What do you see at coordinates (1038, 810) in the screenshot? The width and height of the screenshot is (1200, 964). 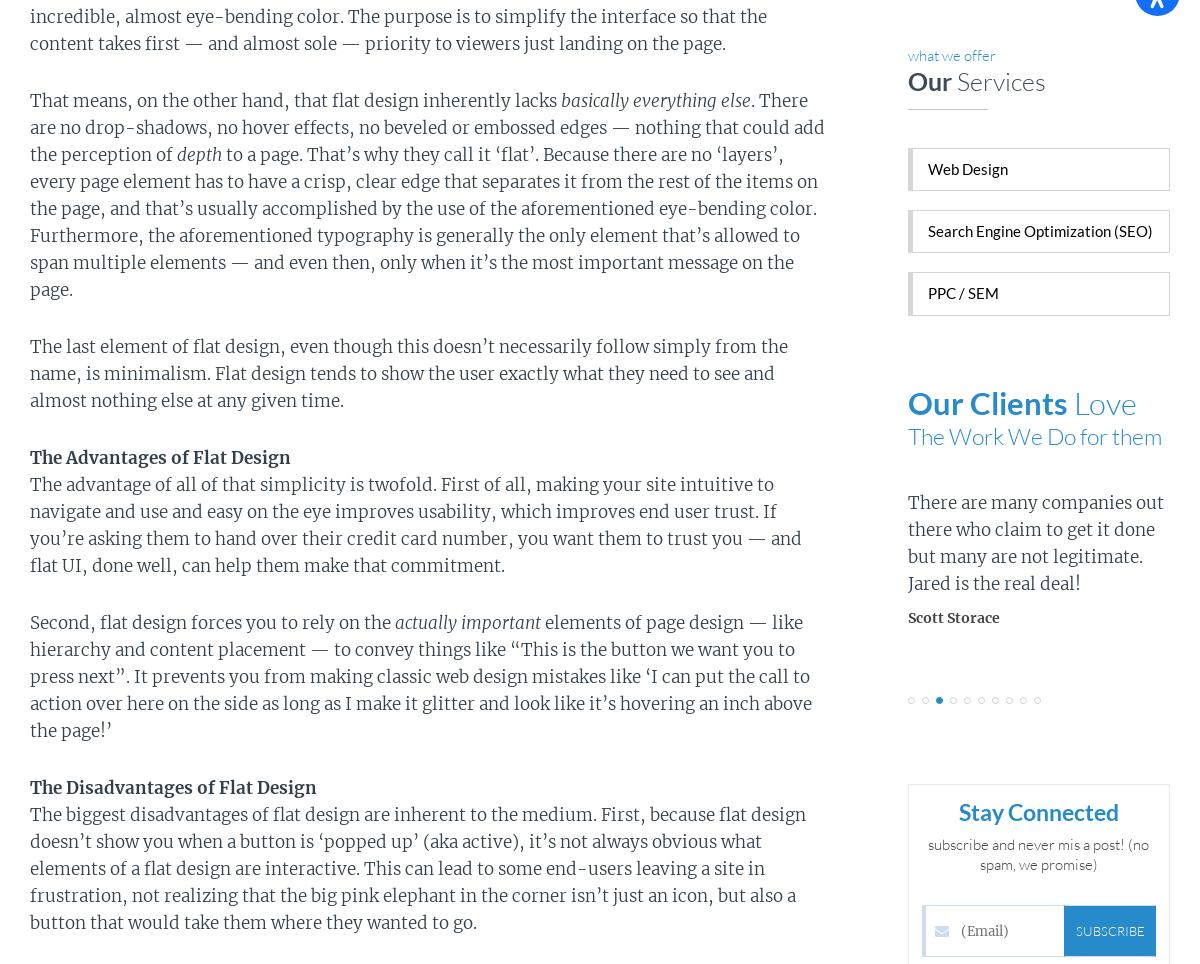 I see `'Stay Connected'` at bounding box center [1038, 810].